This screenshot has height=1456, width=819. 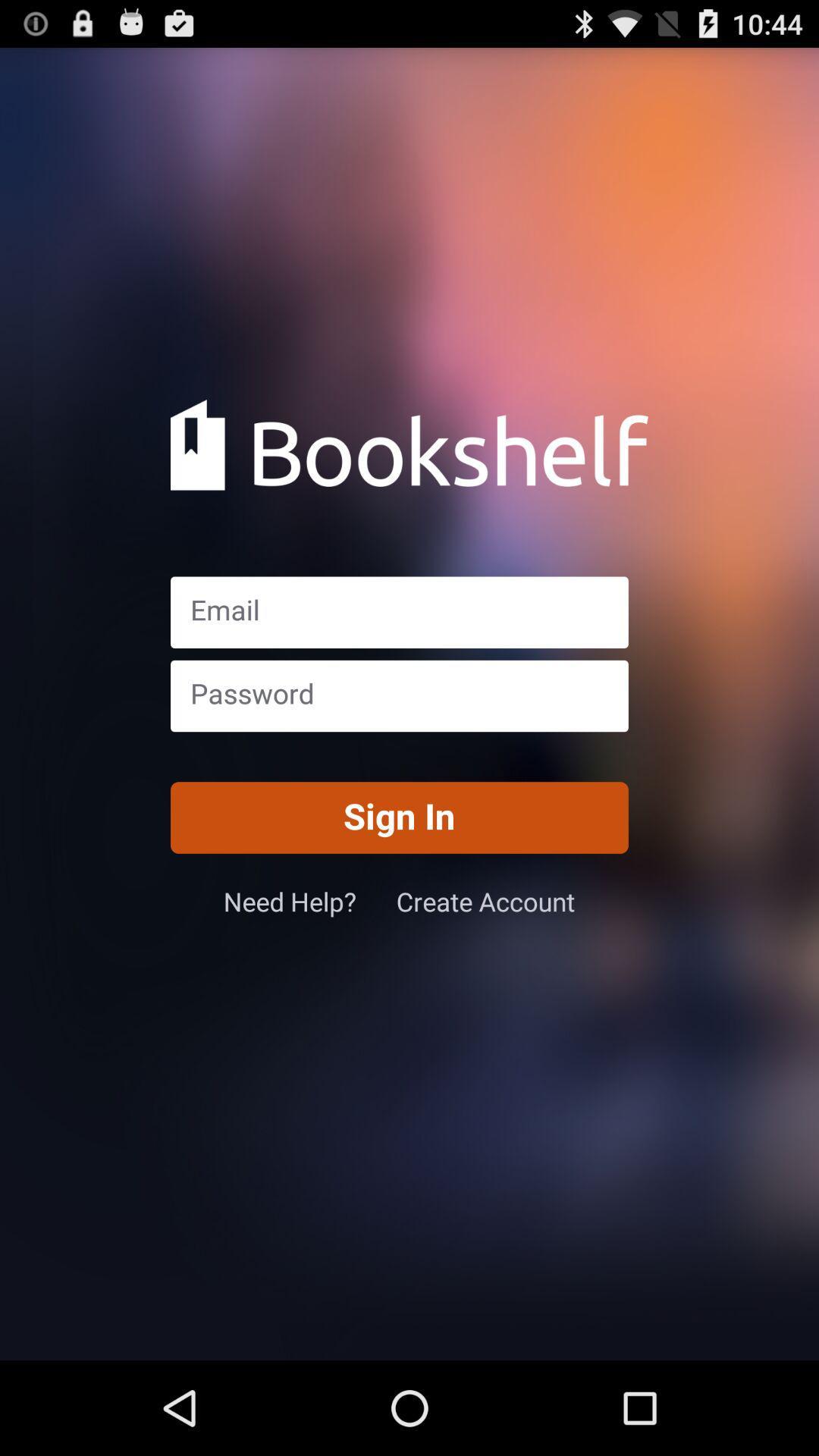 What do you see at coordinates (398, 817) in the screenshot?
I see `the sign in item` at bounding box center [398, 817].